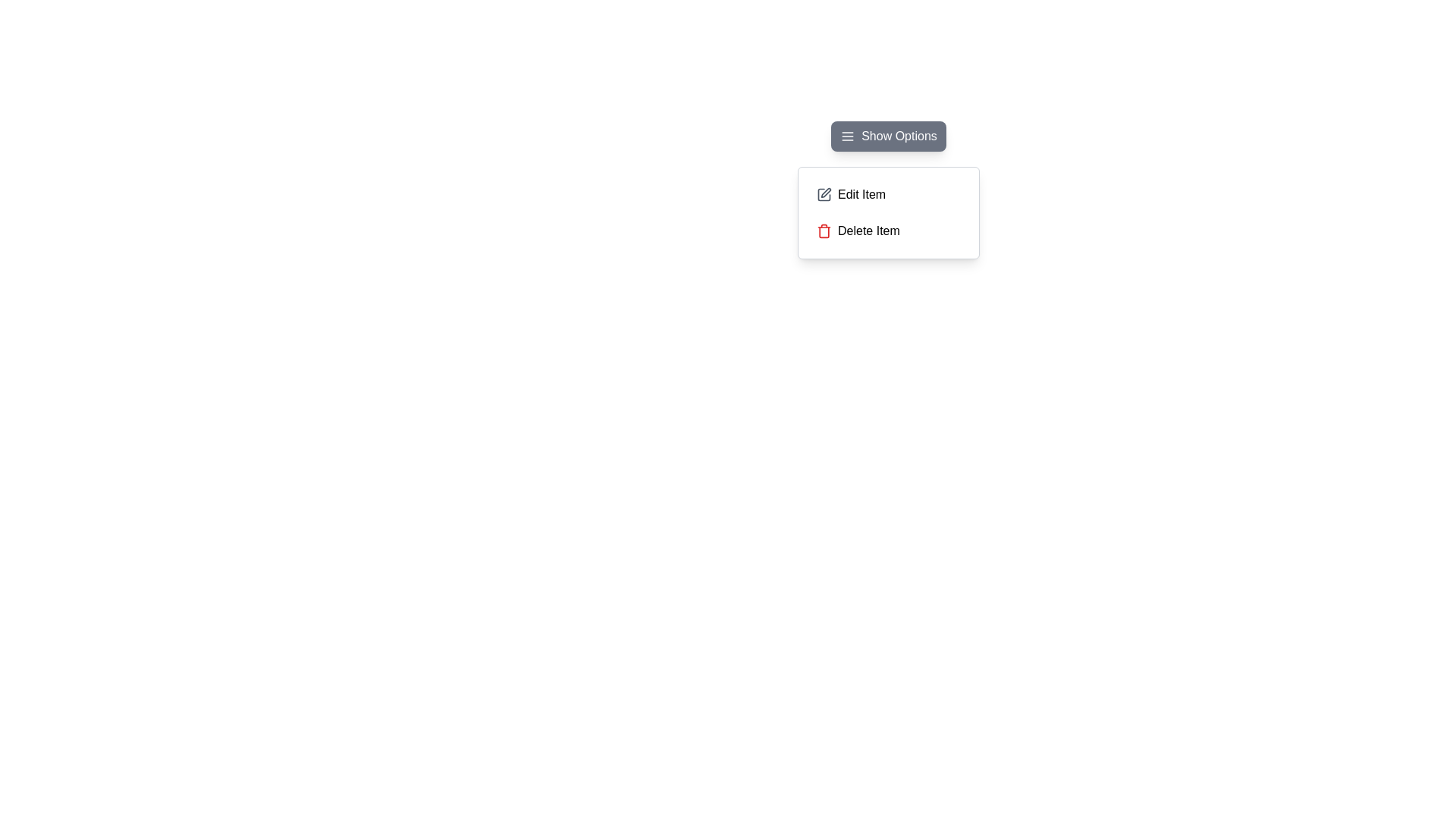 This screenshot has height=819, width=1456. Describe the element at coordinates (888, 194) in the screenshot. I see `the edit button located directly above the 'Delete Item' option in the dropdown menu to initiate the edit action` at that location.